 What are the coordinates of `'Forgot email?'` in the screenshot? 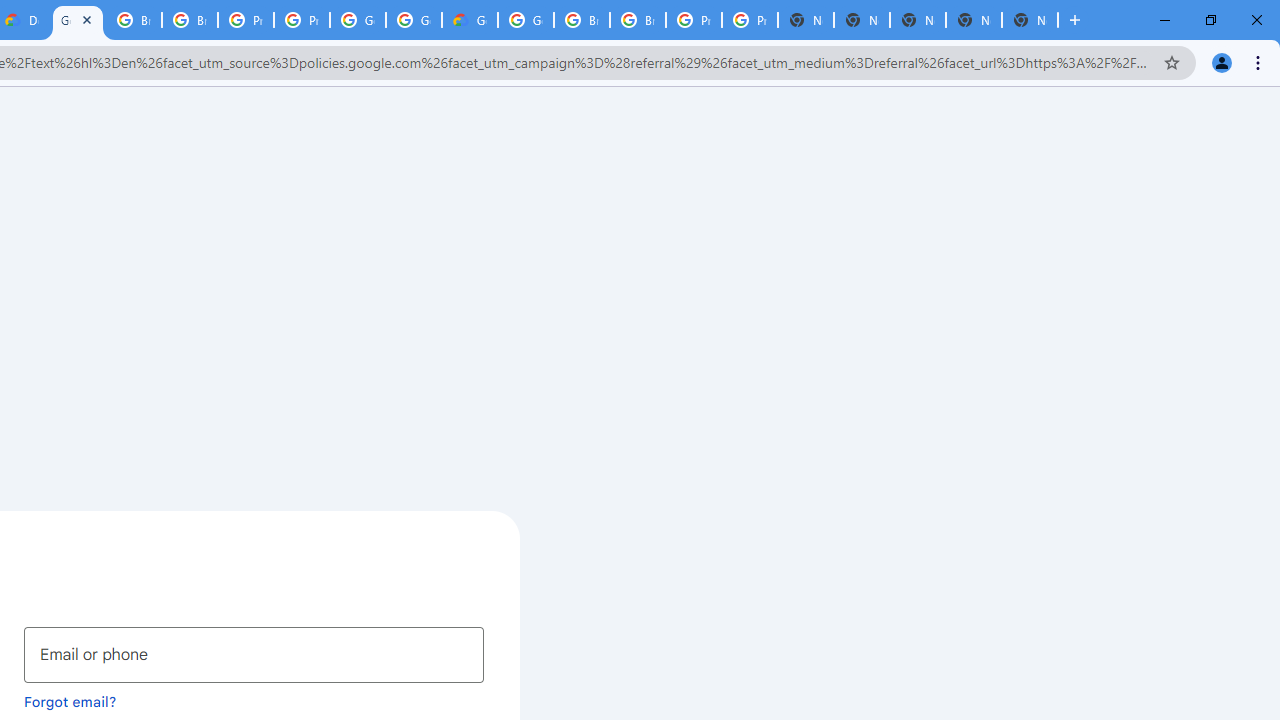 It's located at (70, 700).